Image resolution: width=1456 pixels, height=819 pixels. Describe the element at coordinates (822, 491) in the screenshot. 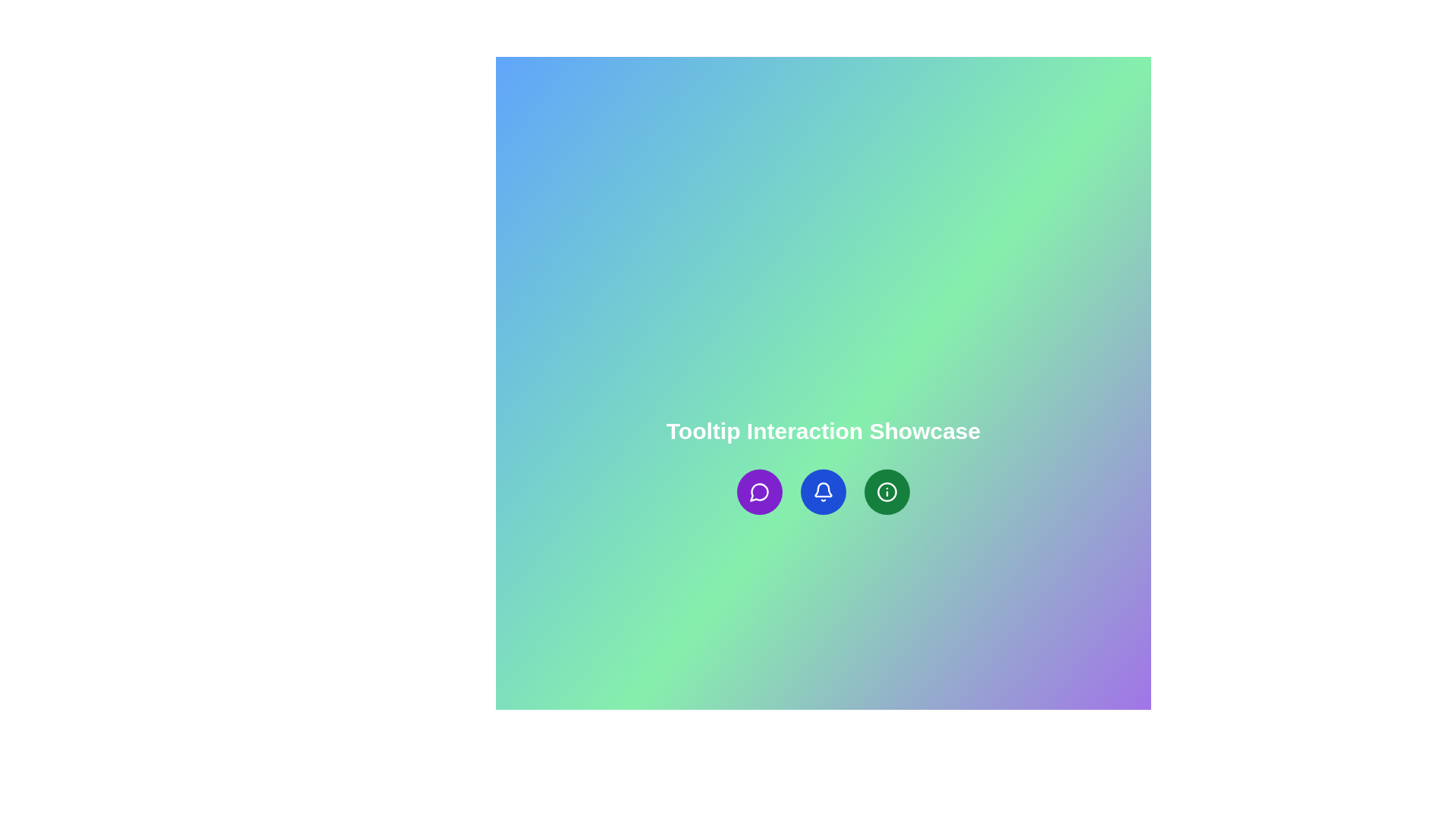

I see `the circular blue button with a white bell icon, which is the second icon in a horizontal arrangement of three buttons` at that location.